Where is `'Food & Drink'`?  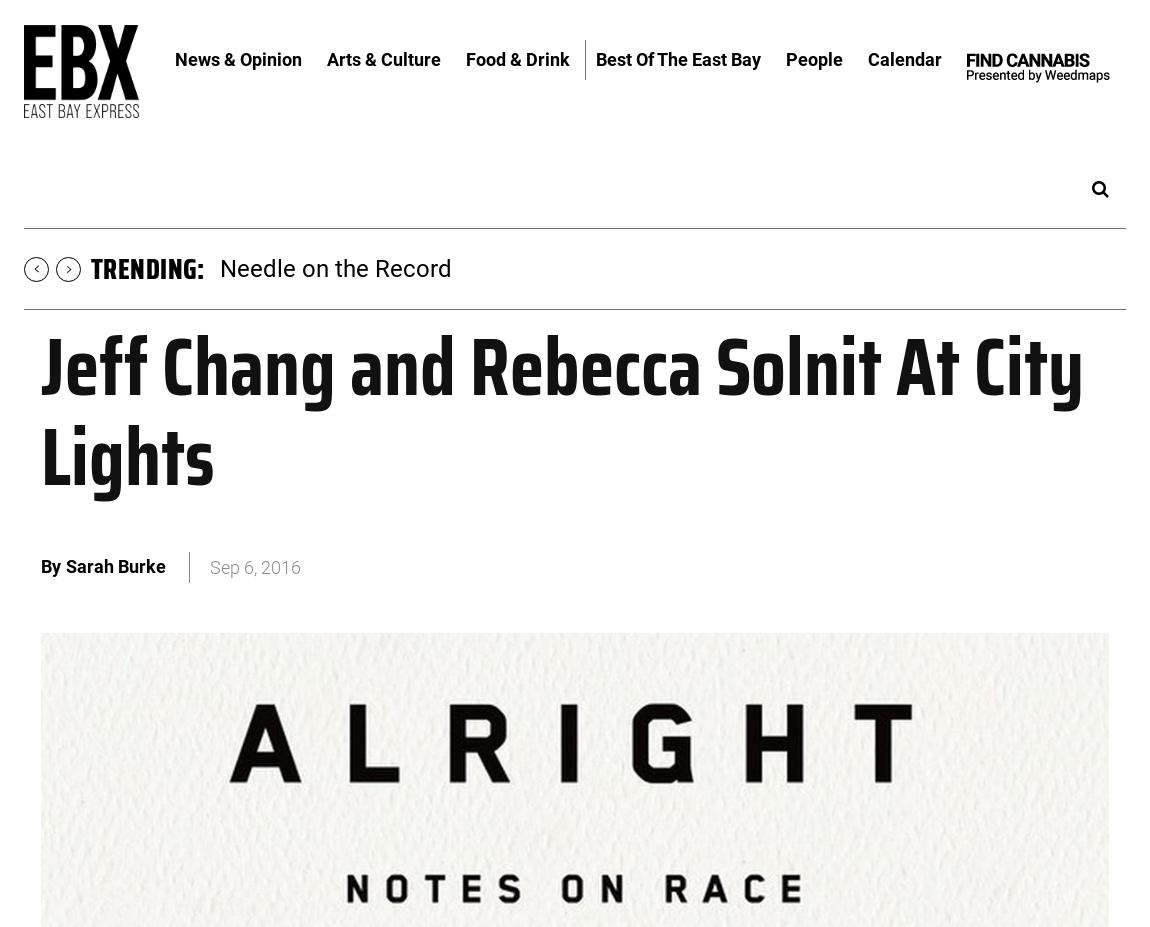 'Food & Drink' is located at coordinates (517, 57).